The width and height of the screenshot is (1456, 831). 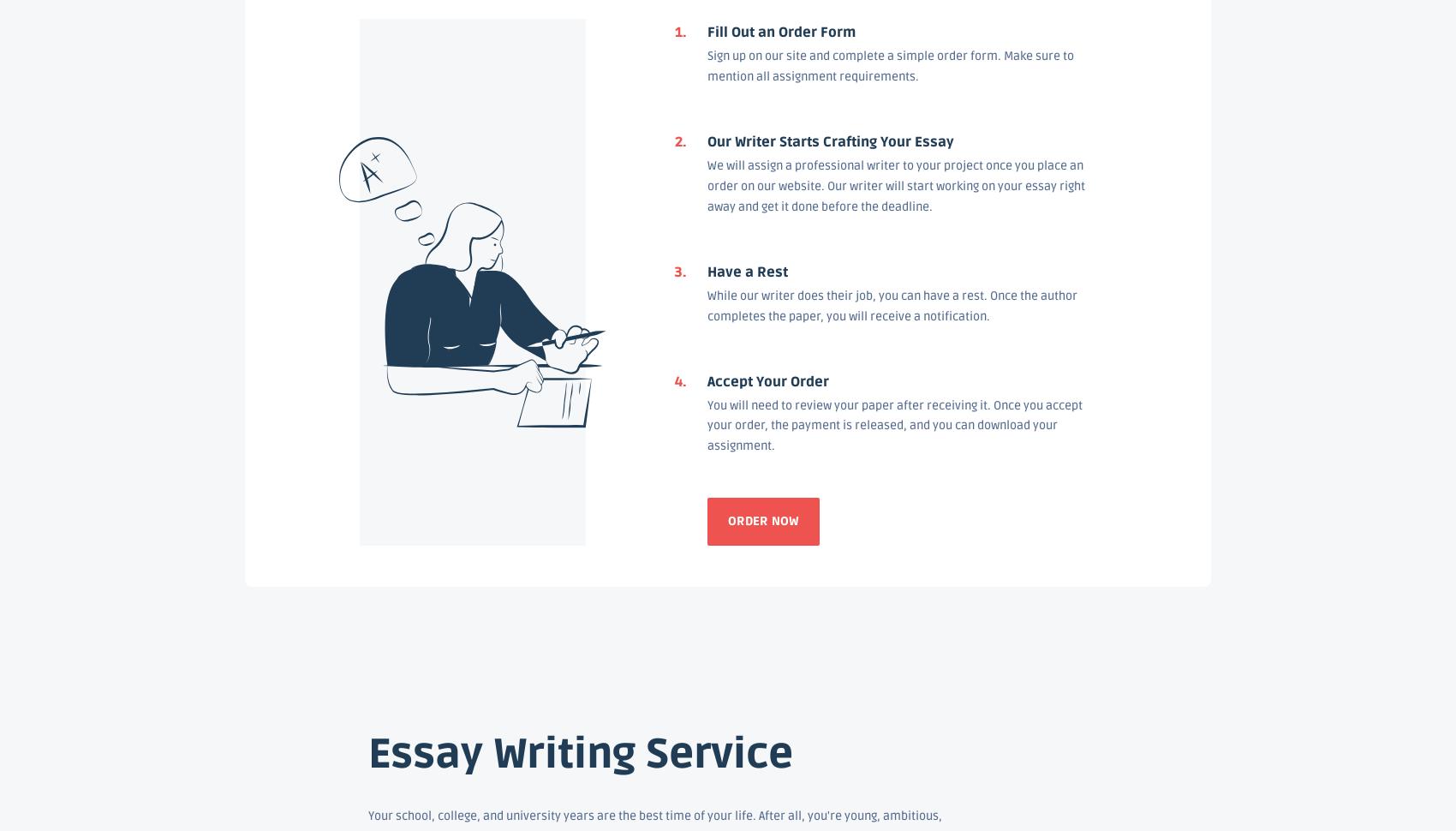 What do you see at coordinates (706, 31) in the screenshot?
I see `'Fill Out an Order Form'` at bounding box center [706, 31].